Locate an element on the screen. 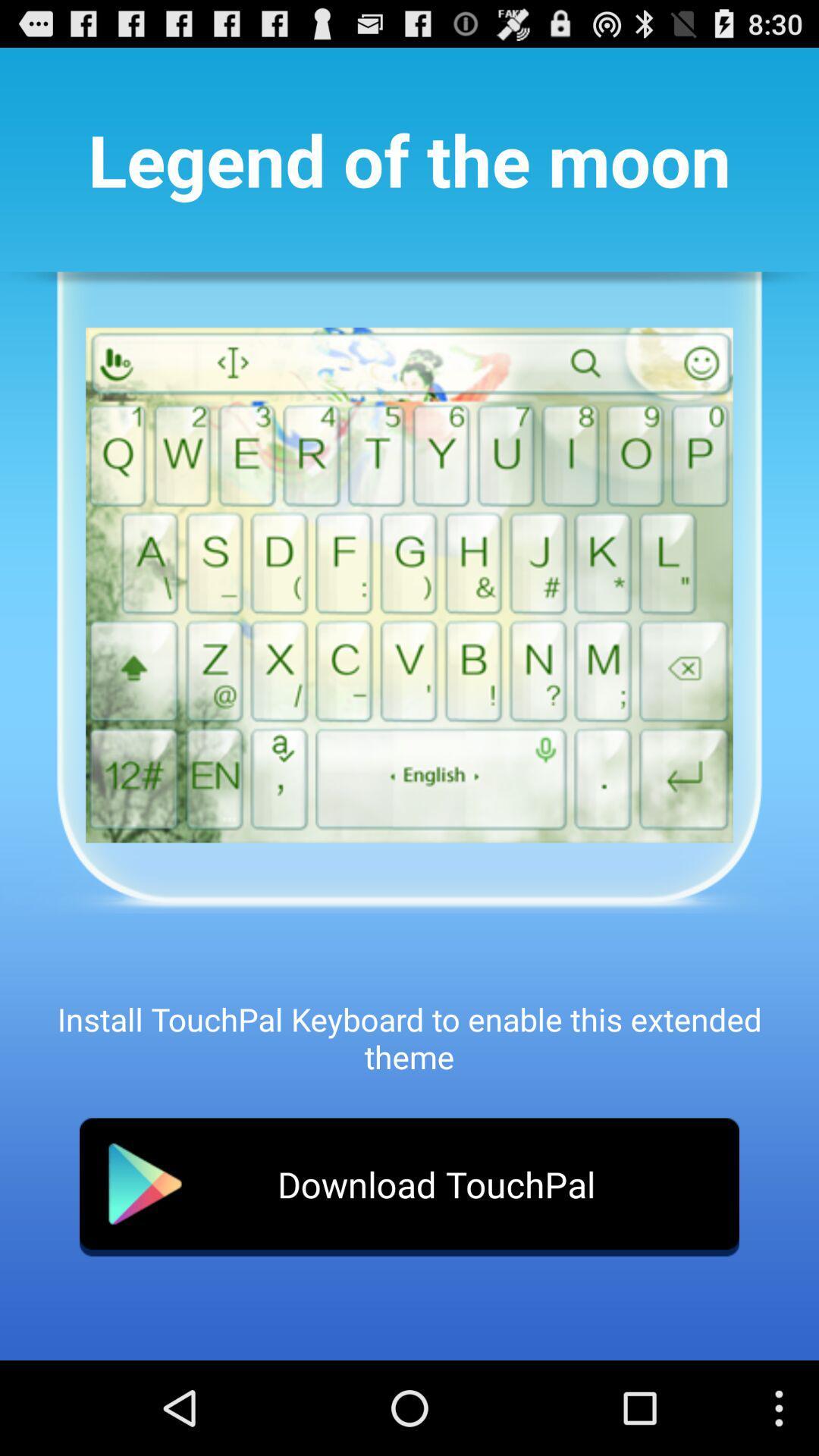 The width and height of the screenshot is (819, 1456). the download touchpal icon is located at coordinates (409, 1186).